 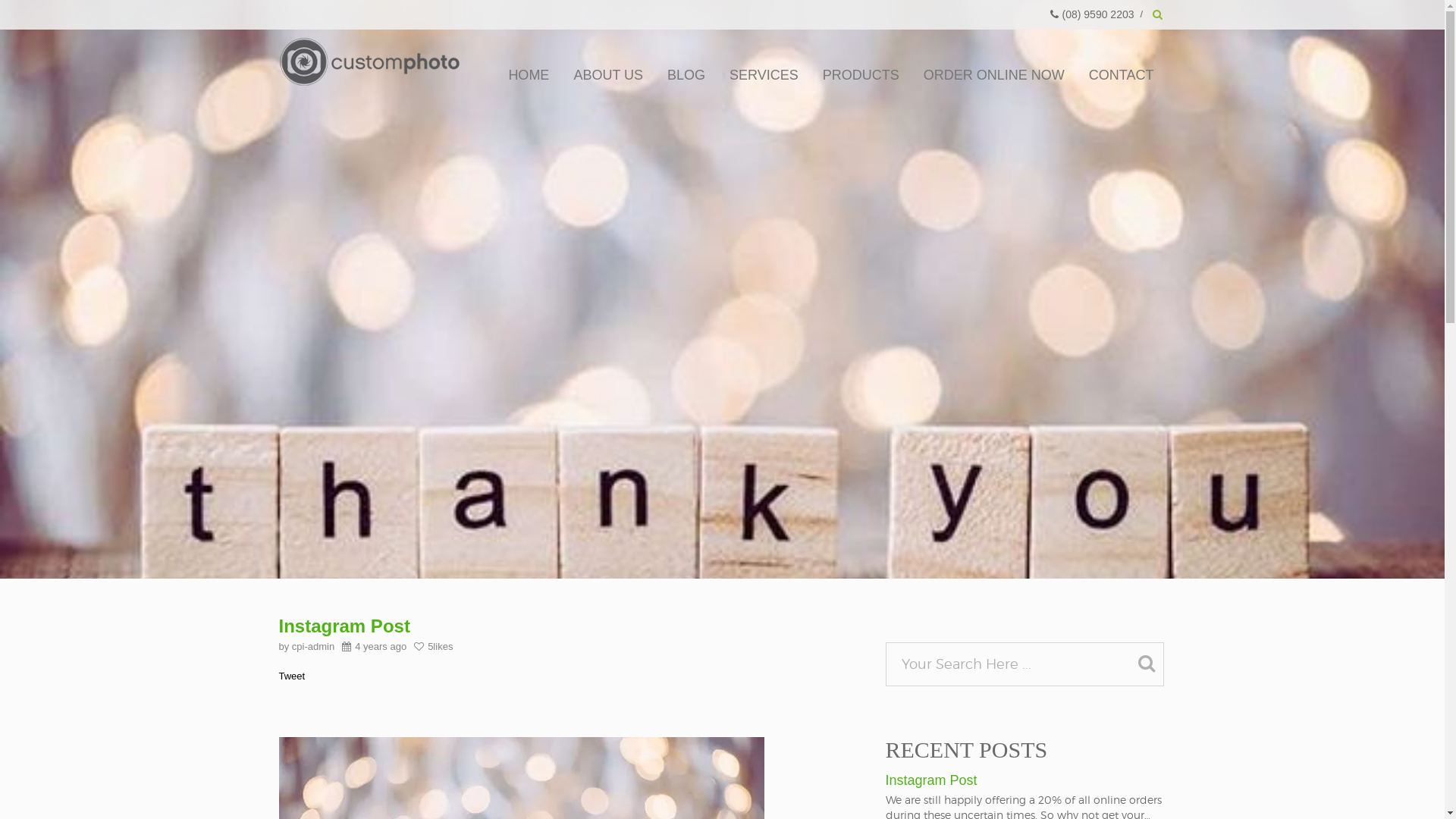 I want to click on 'HOME', so click(x=528, y=75).